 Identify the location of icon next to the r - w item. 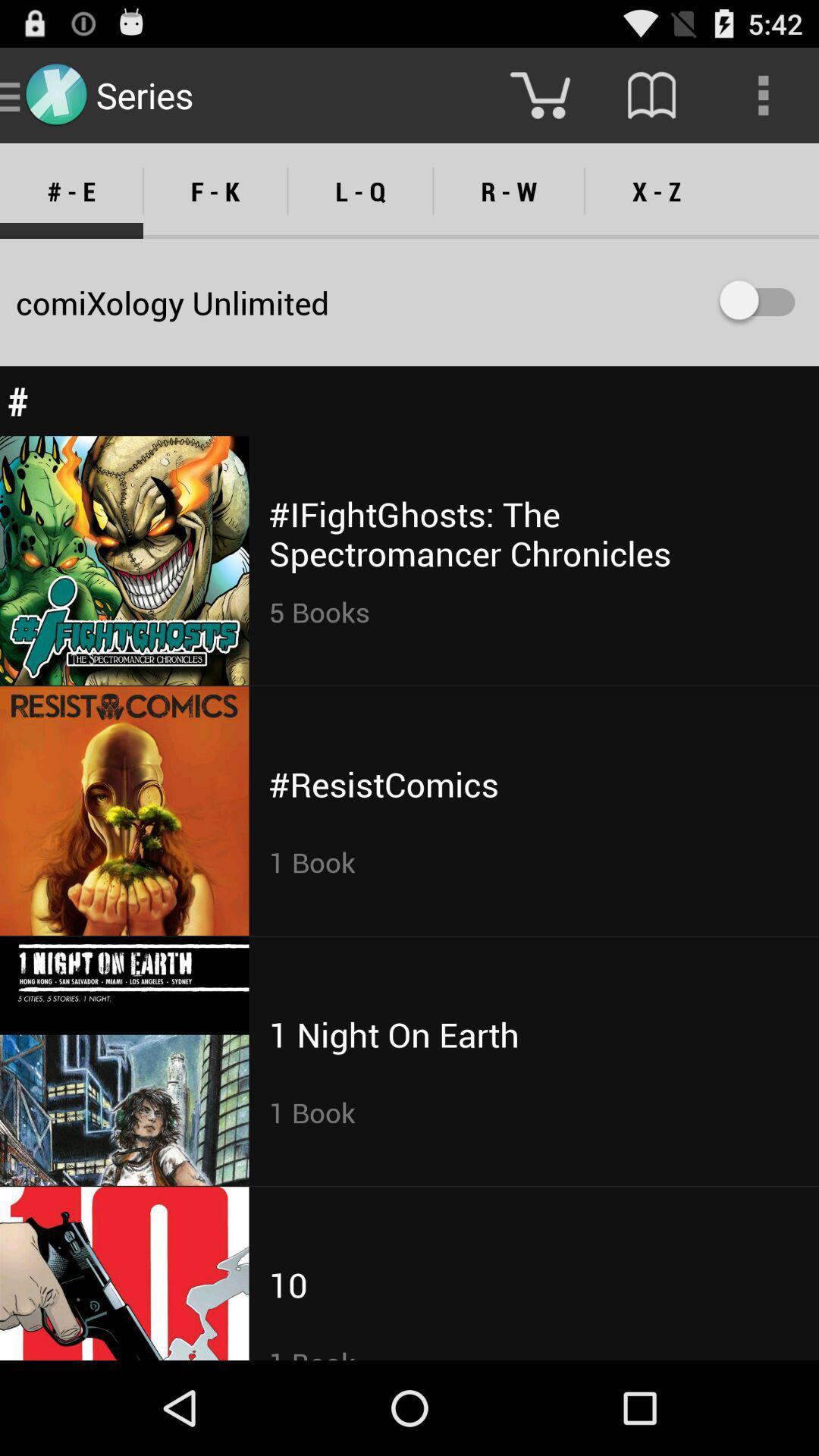
(360, 190).